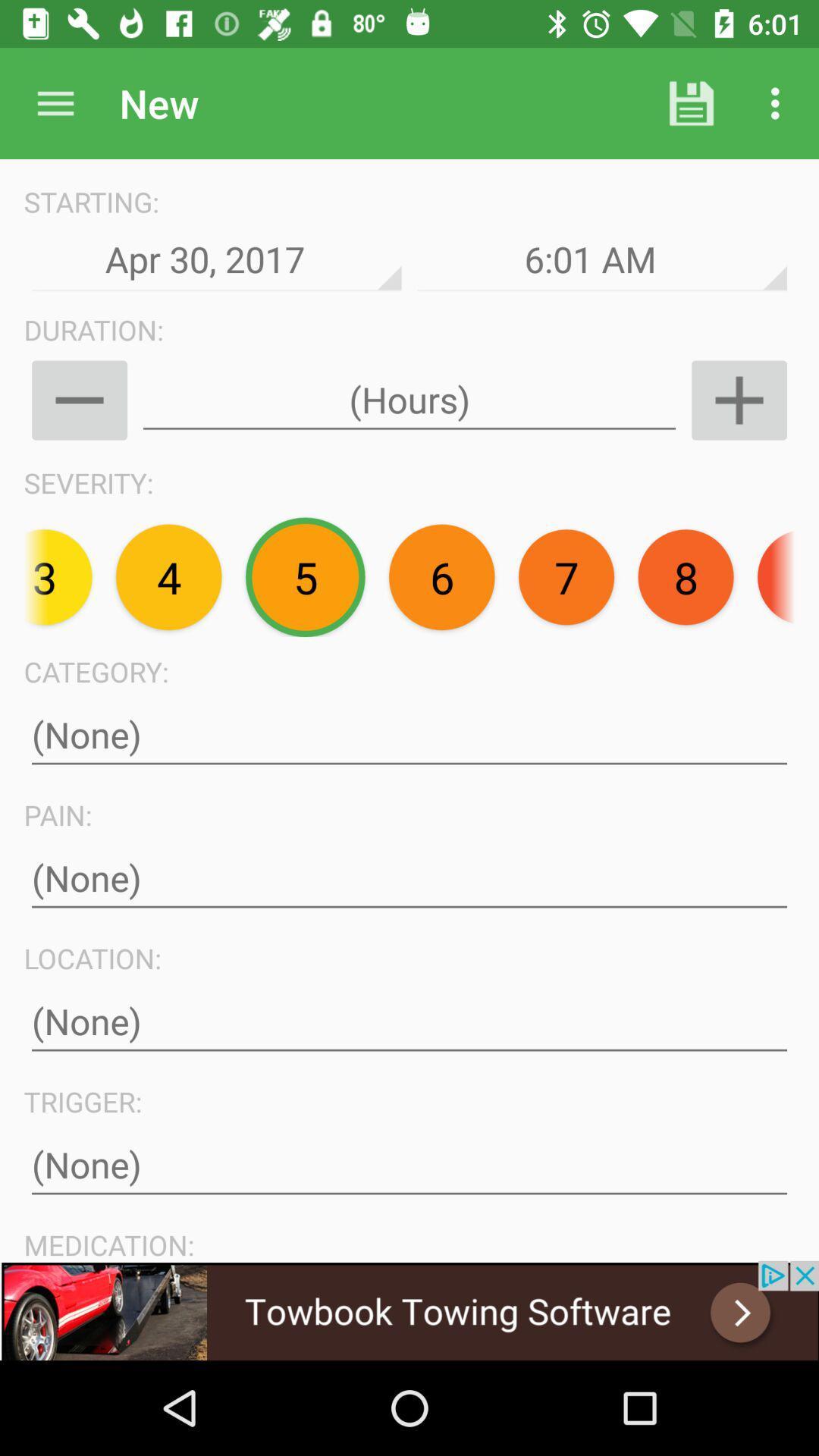 This screenshot has width=819, height=1456. What do you see at coordinates (79, 400) in the screenshot?
I see `minus button` at bounding box center [79, 400].